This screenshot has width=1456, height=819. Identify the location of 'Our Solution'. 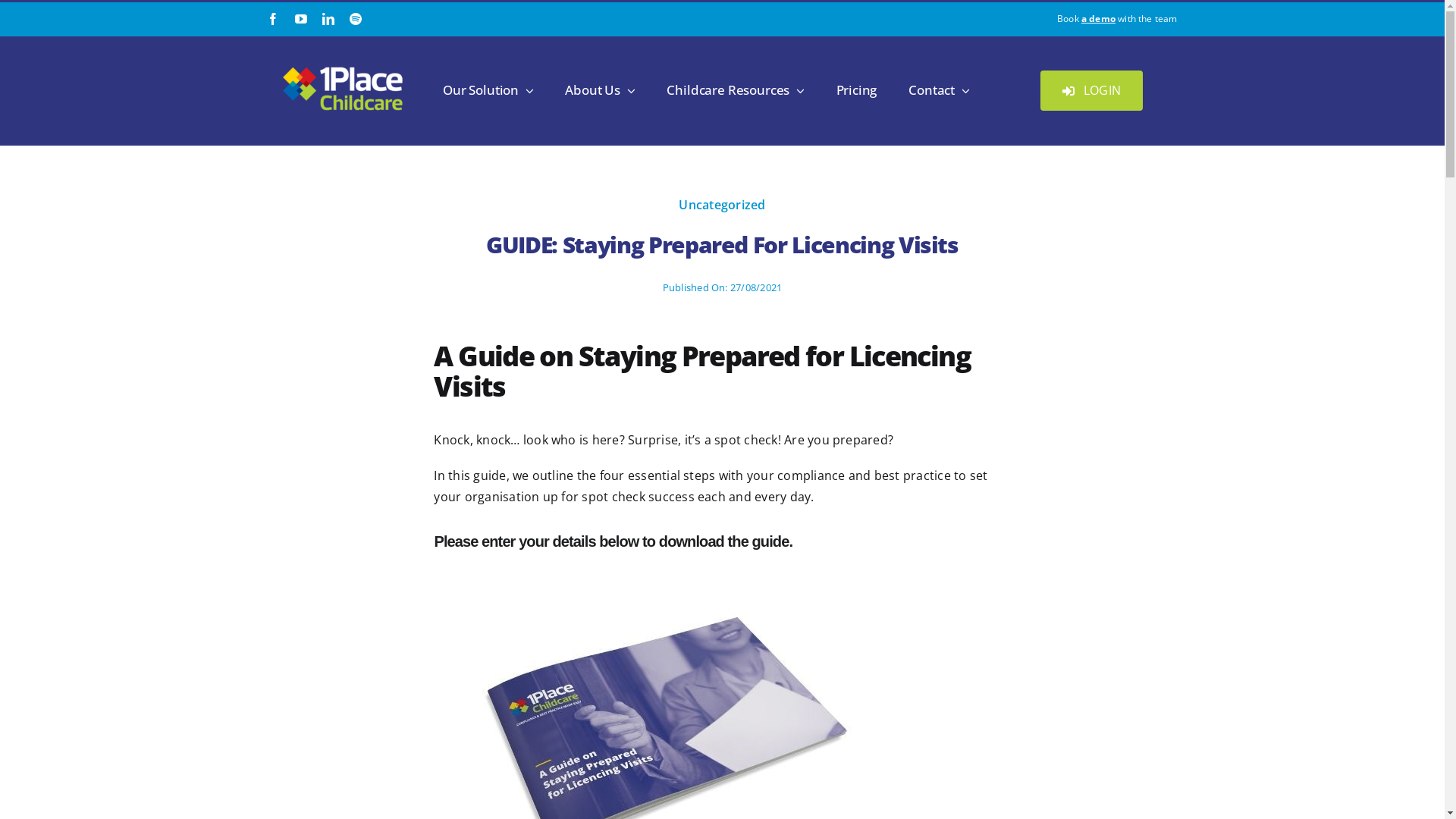
(488, 90).